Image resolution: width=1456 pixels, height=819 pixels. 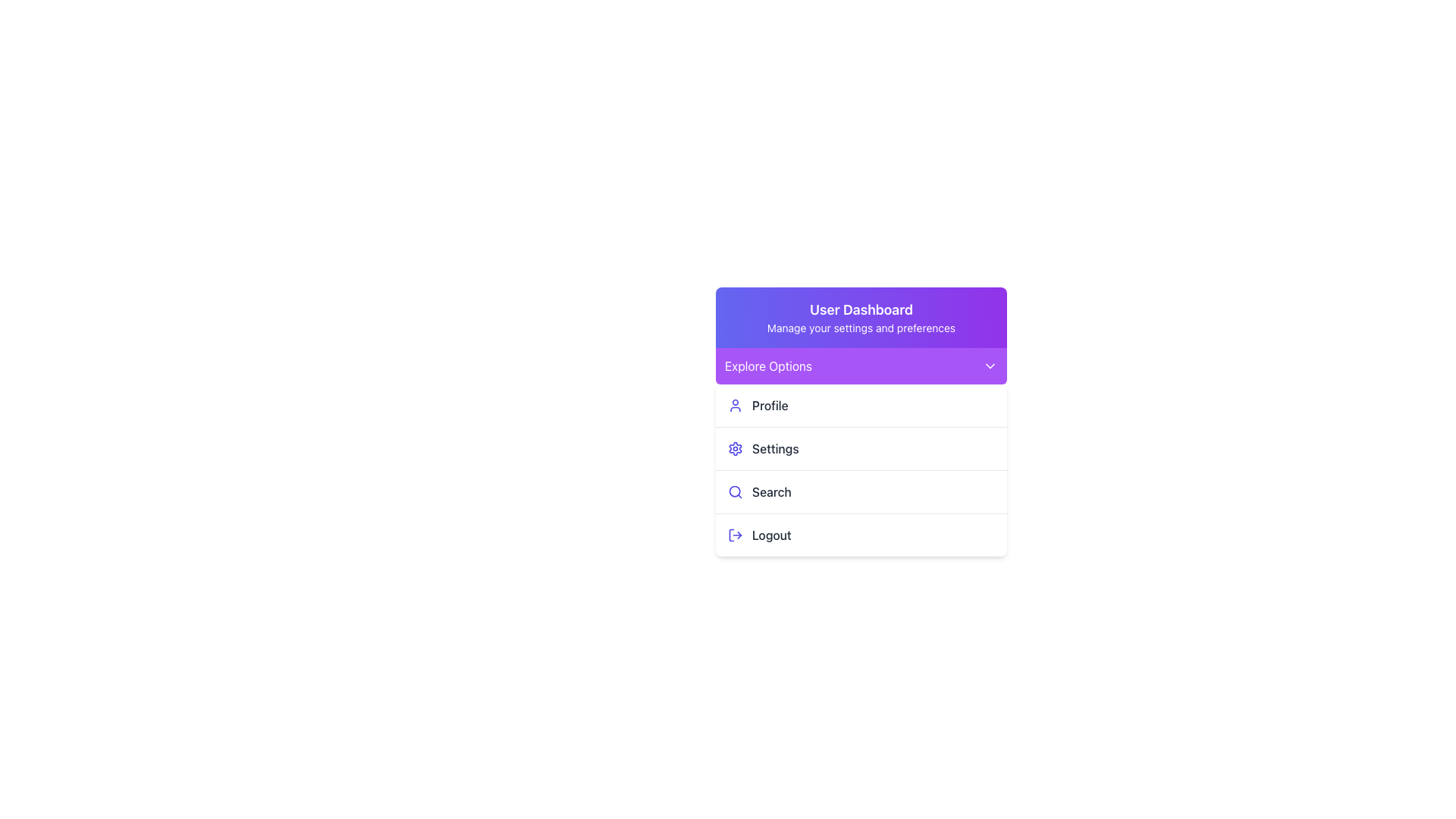 What do you see at coordinates (861, 405) in the screenshot?
I see `the 'Profile' button in the user dashboard menu to trigger the hover effect` at bounding box center [861, 405].